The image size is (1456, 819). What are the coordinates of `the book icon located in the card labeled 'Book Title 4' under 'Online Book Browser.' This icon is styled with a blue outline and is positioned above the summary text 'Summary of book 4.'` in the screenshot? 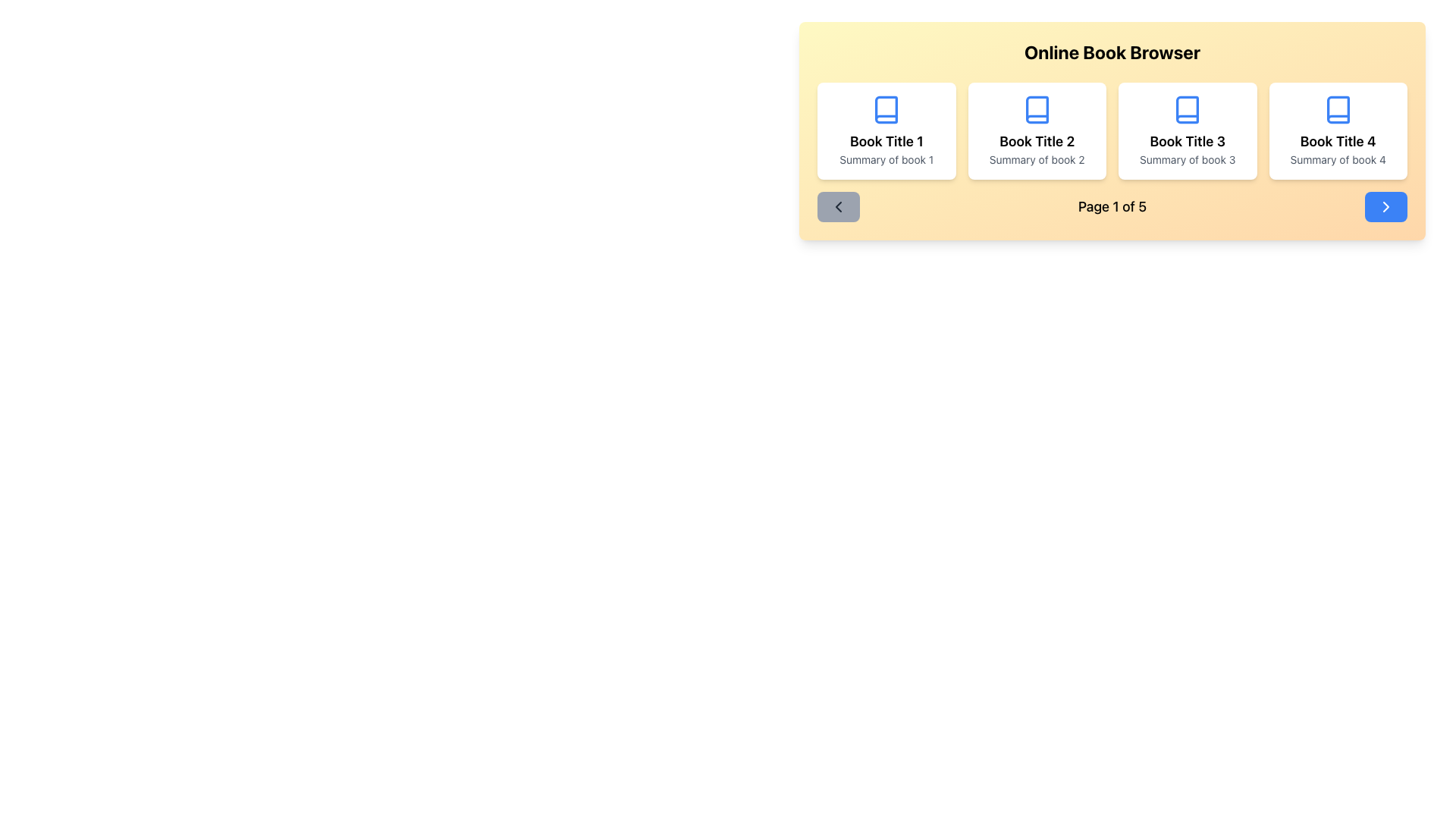 It's located at (1338, 109).